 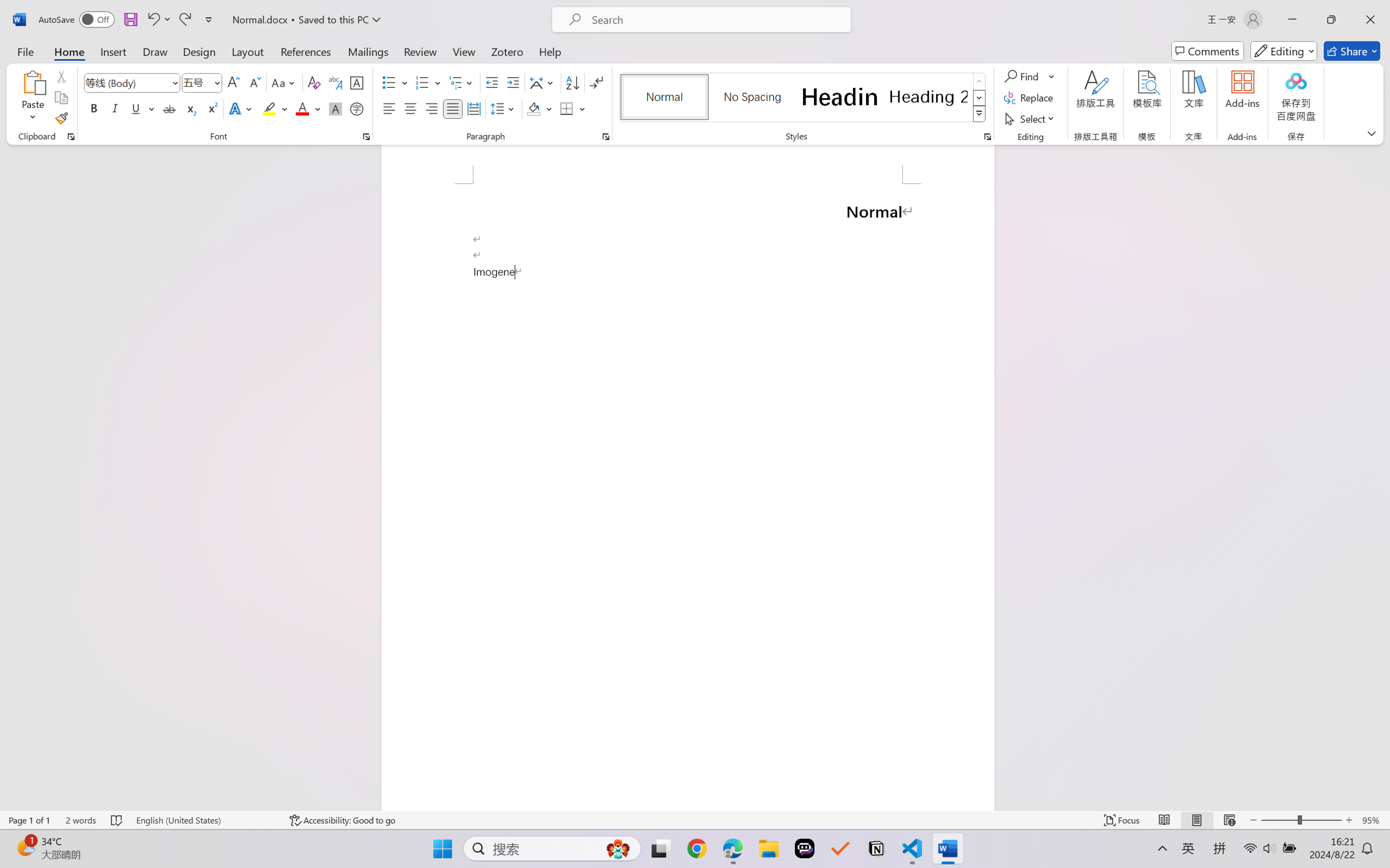 What do you see at coordinates (1284, 51) in the screenshot?
I see `'Mode'` at bounding box center [1284, 51].